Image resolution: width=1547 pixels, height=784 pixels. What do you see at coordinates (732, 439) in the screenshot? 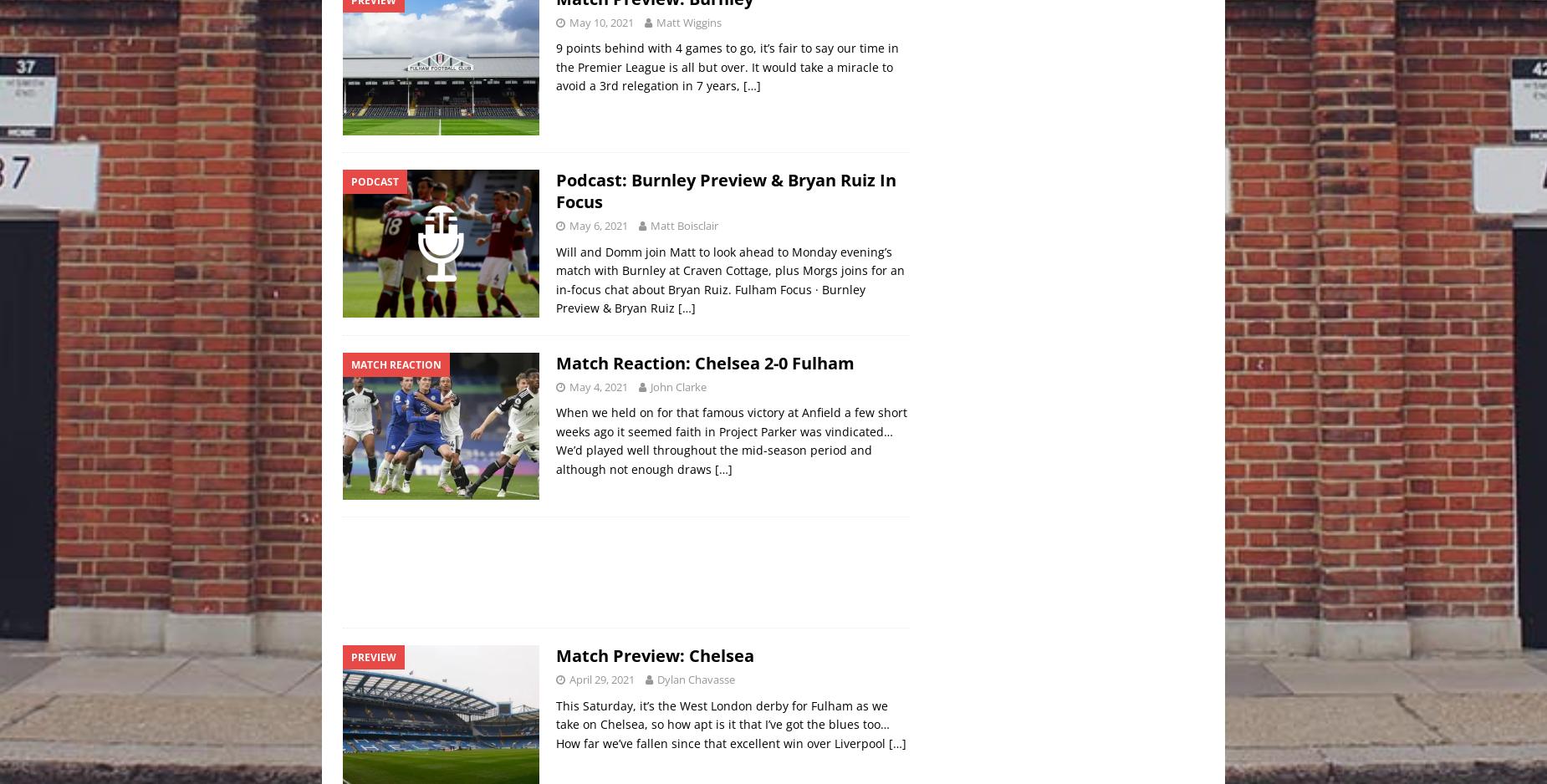
I see `'When we held on for that famous victory at Anfield a few short weeks ago it seemed faith in Project Parker was vindicated… We’d played well throughout the mid-season period and although not enough draws'` at bounding box center [732, 439].